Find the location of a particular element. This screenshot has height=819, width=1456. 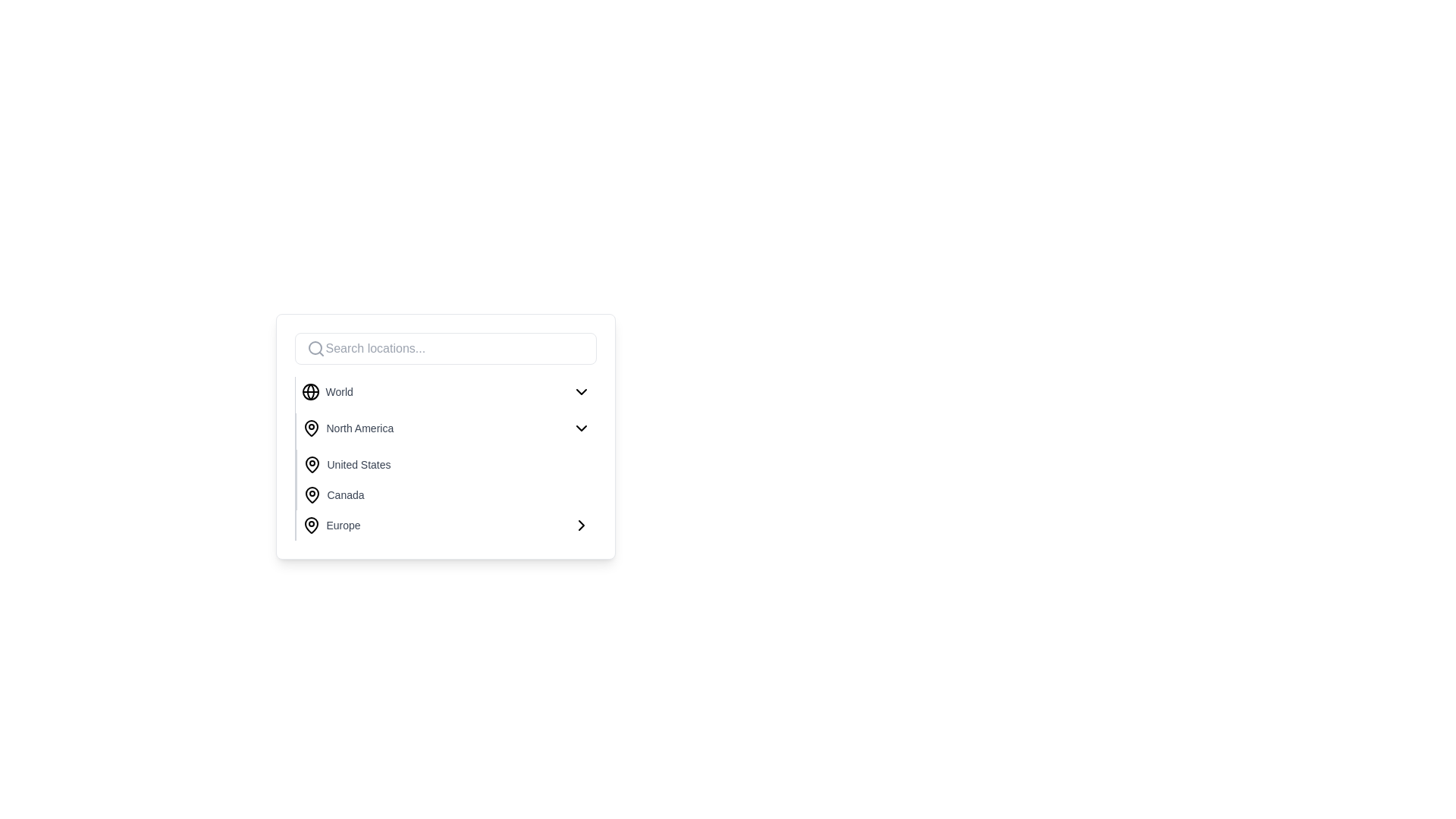

the 'United States' list item in the dropdown menu, which is the third item in the vertical list of geographical names is located at coordinates (444, 458).